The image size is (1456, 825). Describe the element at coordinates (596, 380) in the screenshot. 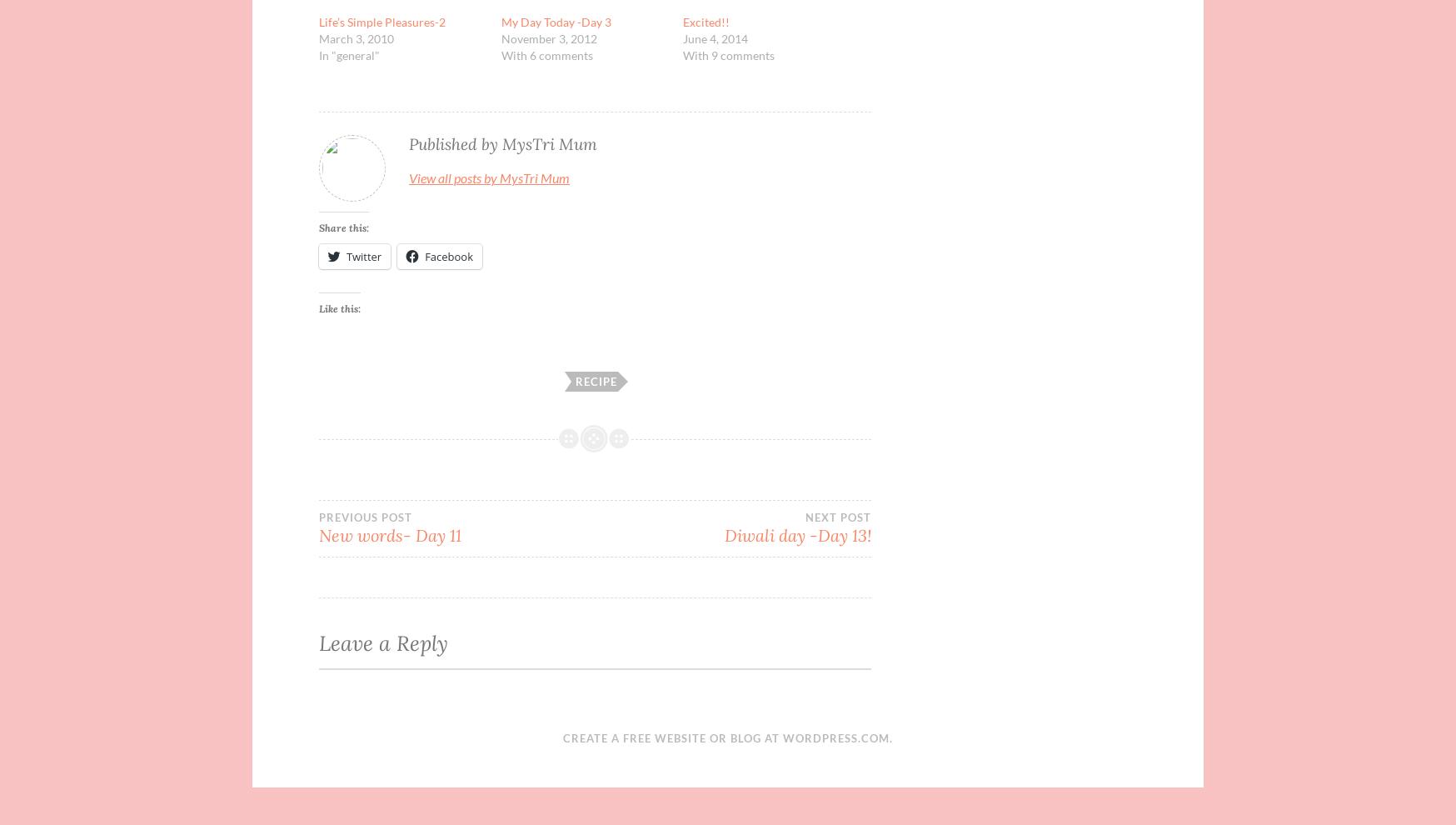

I see `'Recipe'` at that location.